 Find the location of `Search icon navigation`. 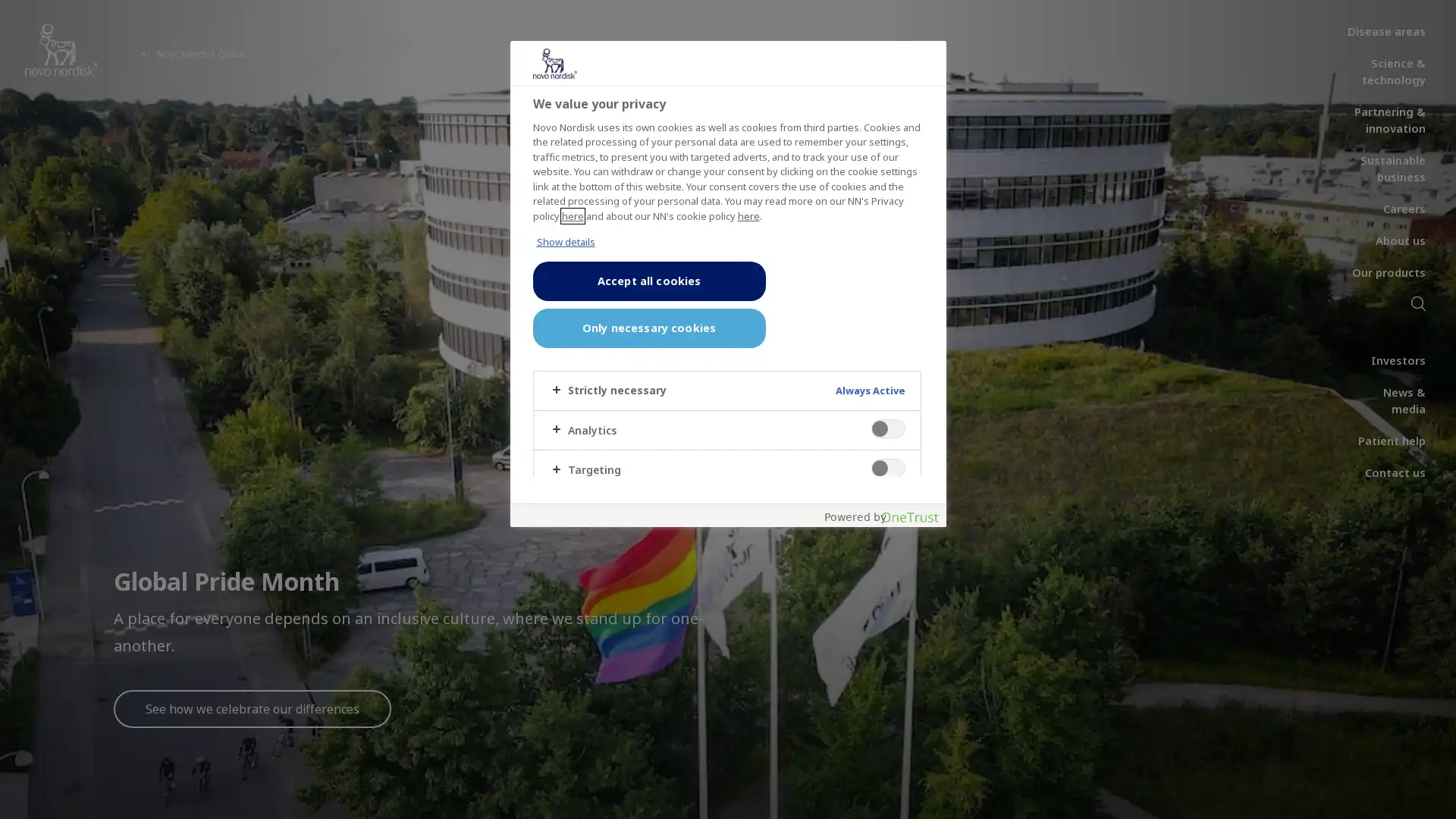

Search icon navigation is located at coordinates (1417, 303).